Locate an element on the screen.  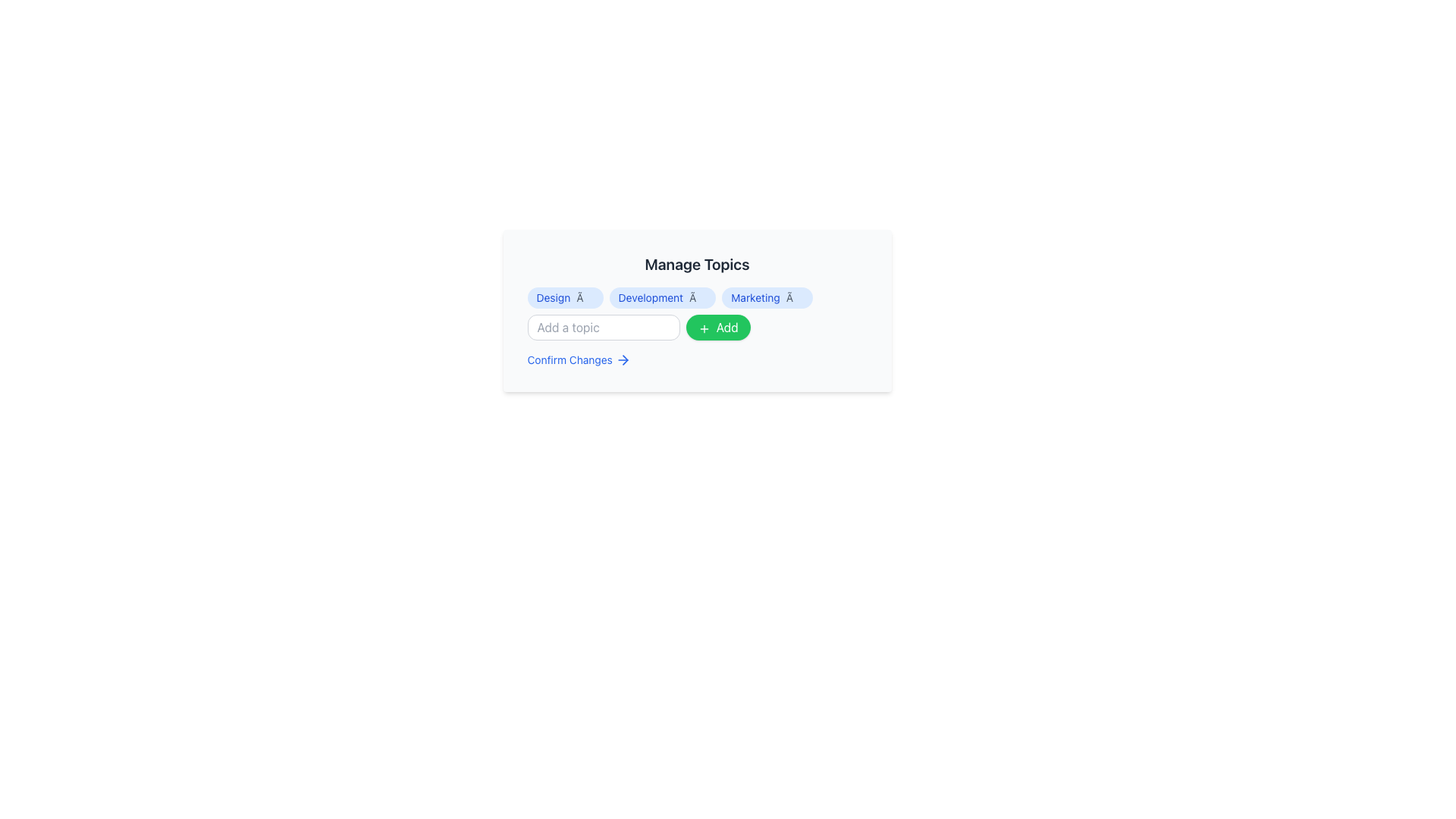
the '×' on the 'Marketing ×' pill-shaped button with a light blue background is located at coordinates (767, 298).